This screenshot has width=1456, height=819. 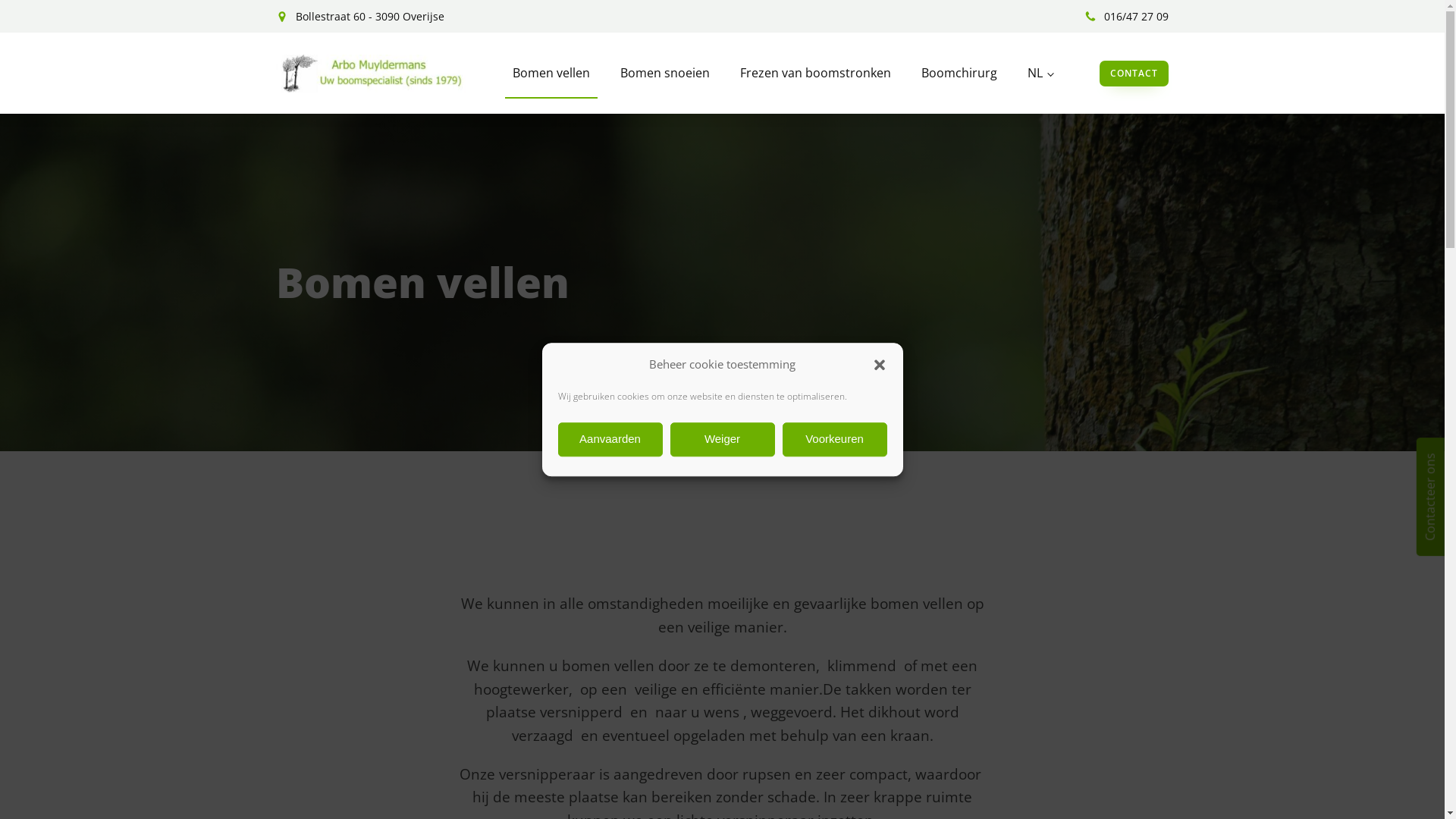 What do you see at coordinates (833, 439) in the screenshot?
I see `'Voorkeuren'` at bounding box center [833, 439].